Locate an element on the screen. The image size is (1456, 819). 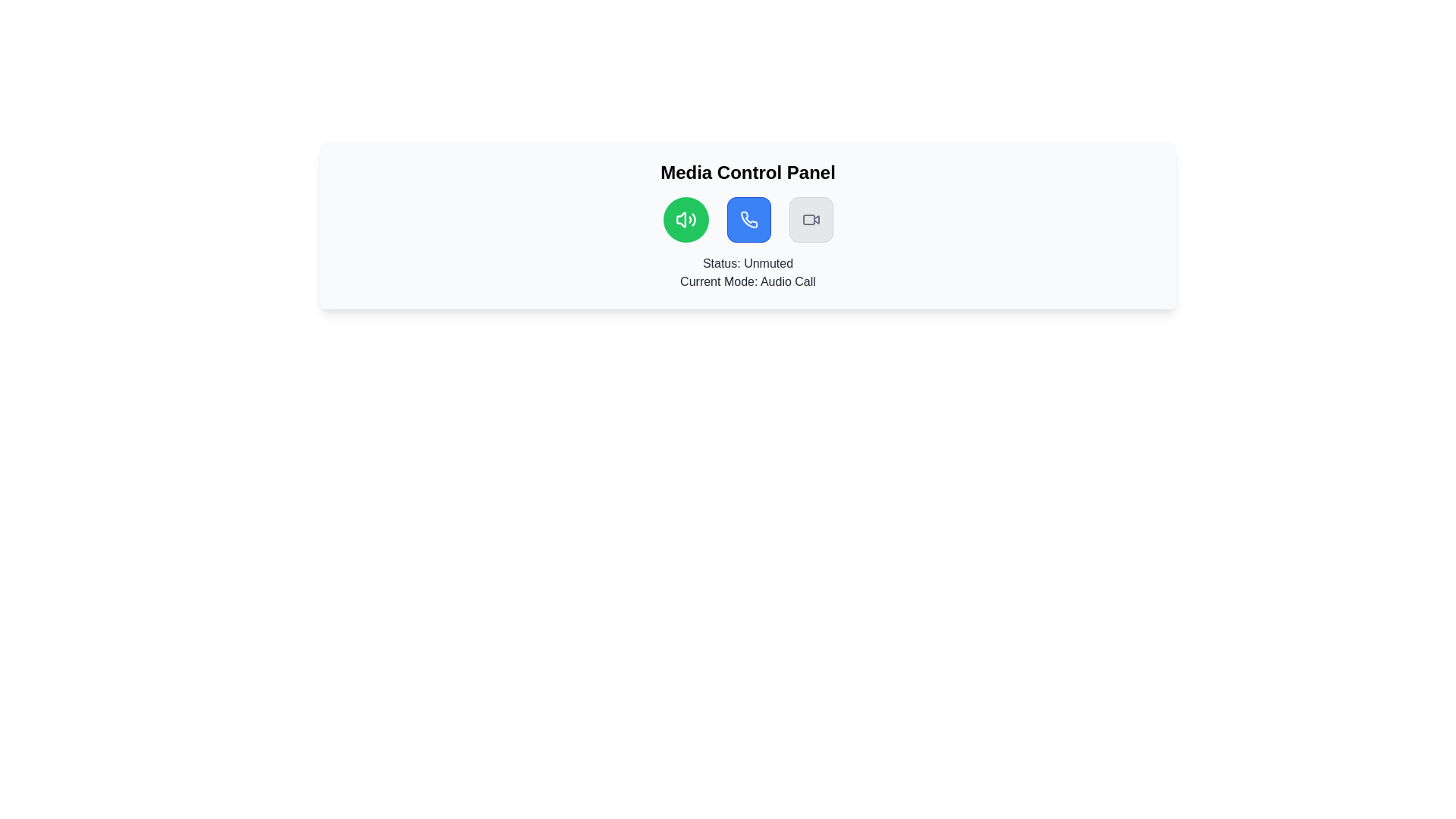
the rectangular button with rounded corners and a video camera icon to switch to video mode is located at coordinates (810, 219).